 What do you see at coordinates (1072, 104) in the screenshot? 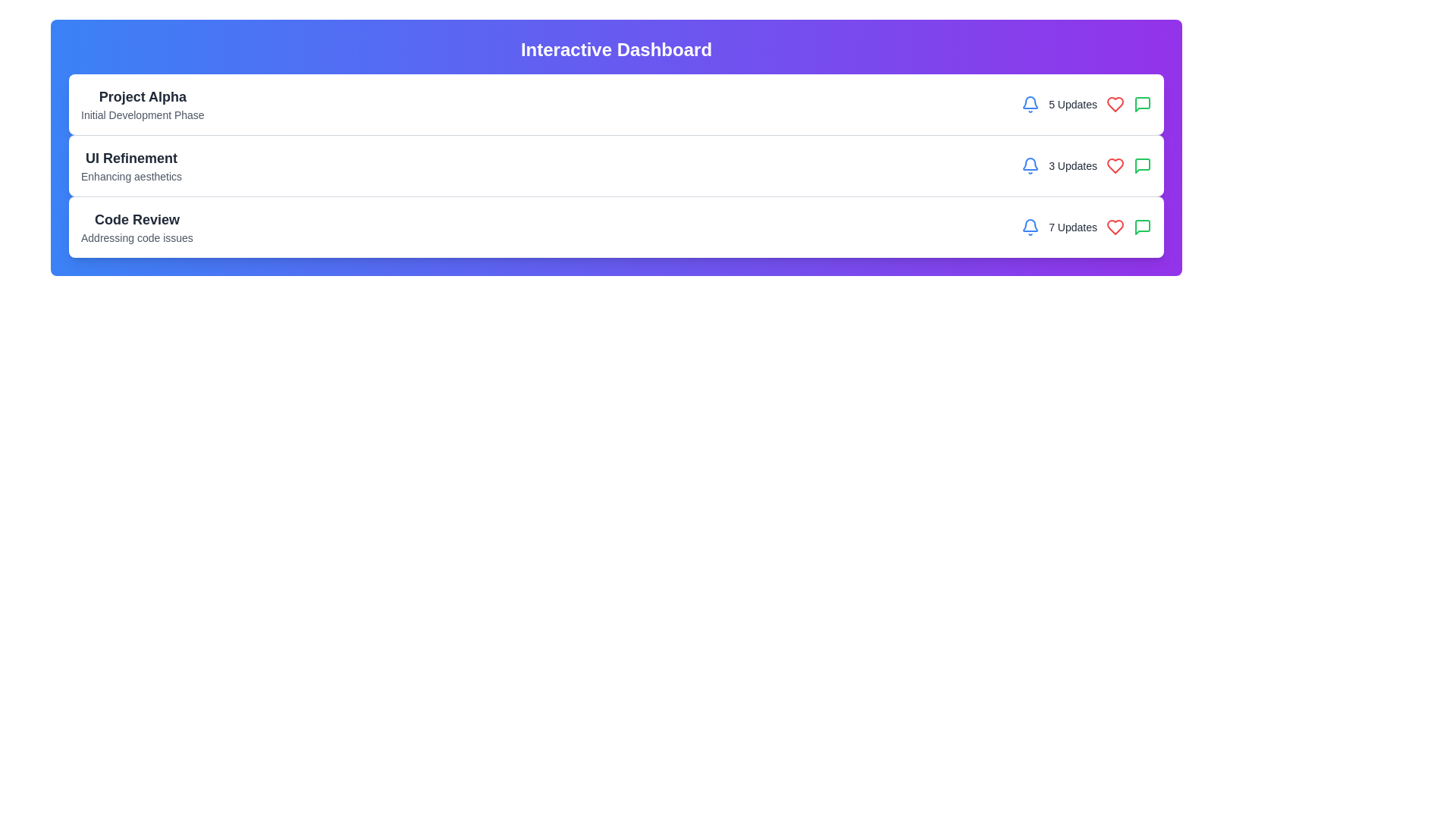
I see `the text label displaying '5 Updates', which is styled in dark gray and positioned adjacent to a blue bell icon` at bounding box center [1072, 104].